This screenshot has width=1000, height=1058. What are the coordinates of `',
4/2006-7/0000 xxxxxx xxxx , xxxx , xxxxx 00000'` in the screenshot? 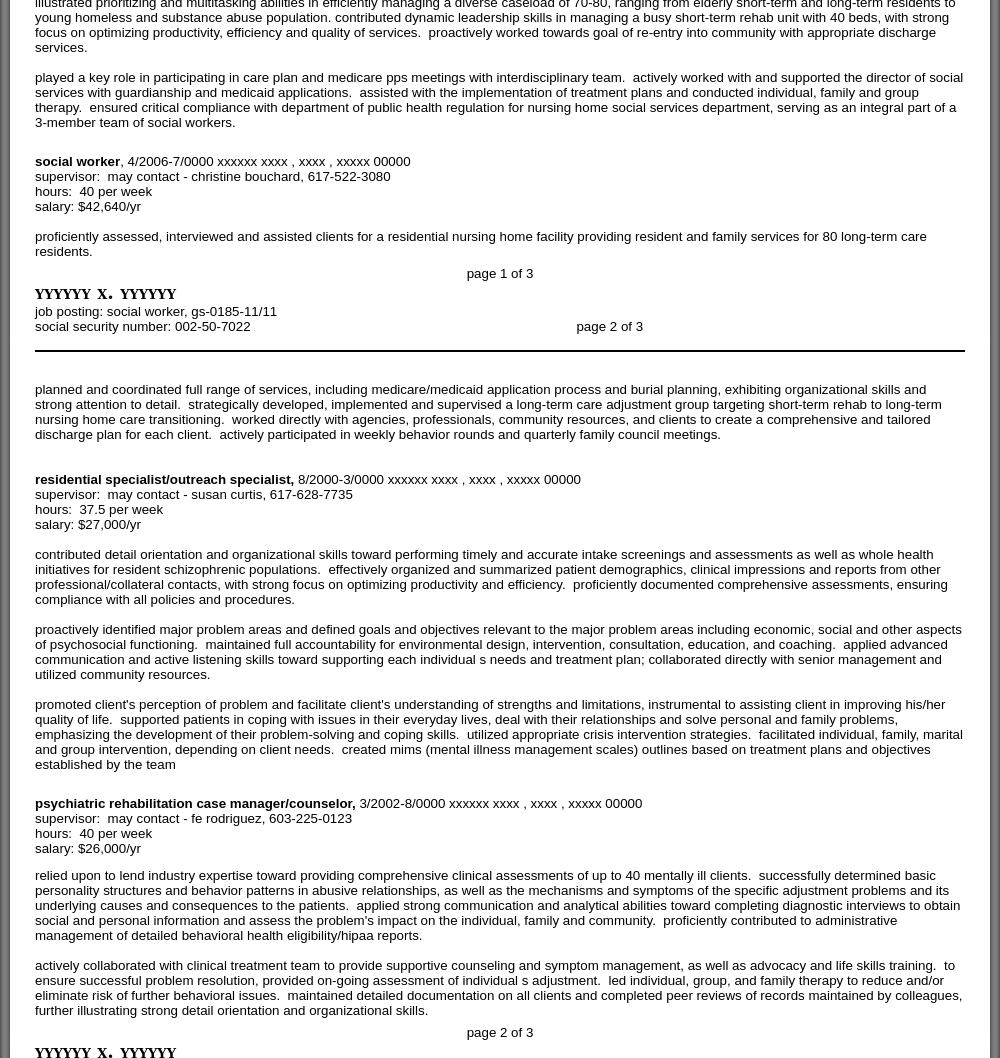 It's located at (265, 159).